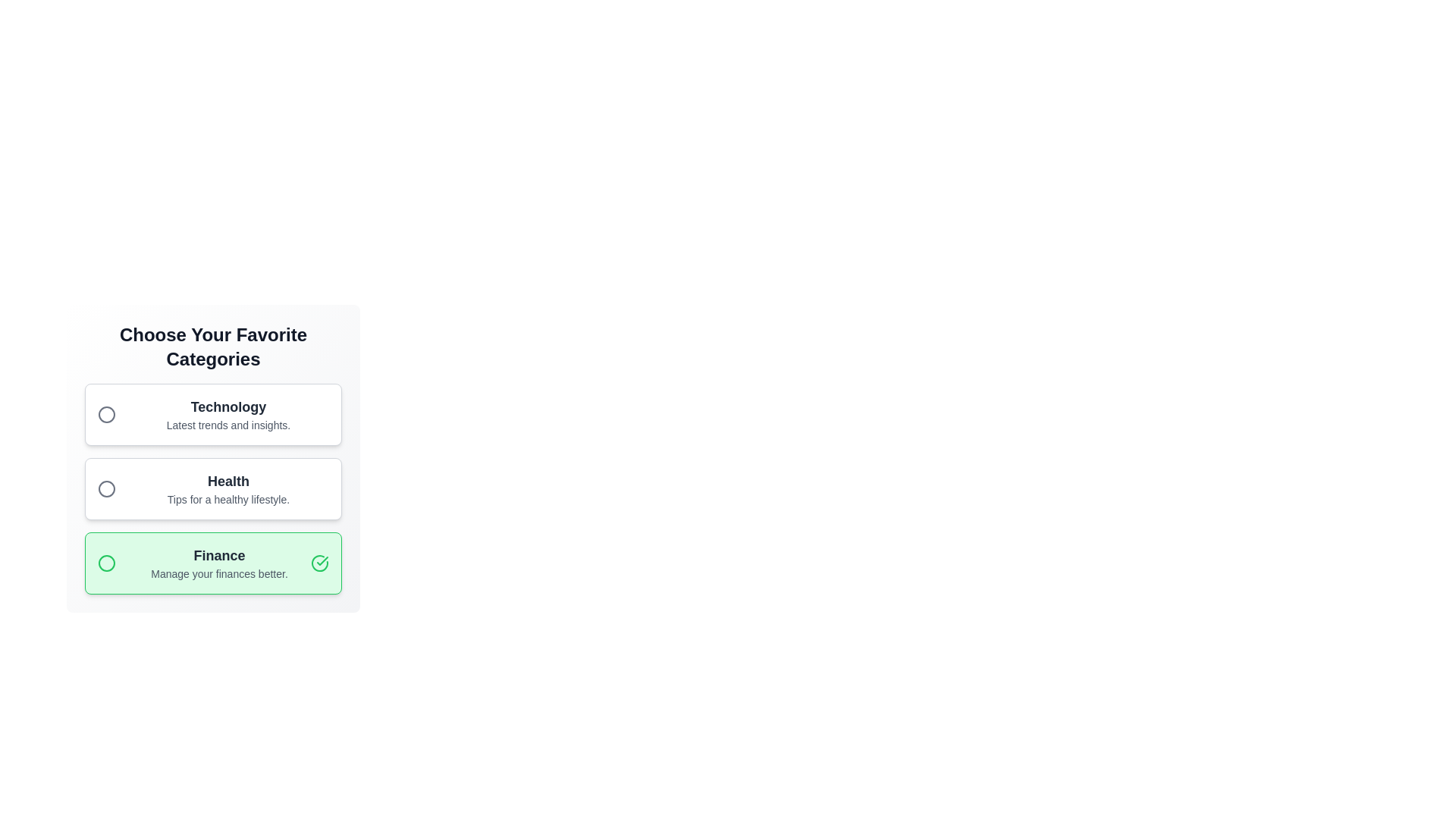 This screenshot has height=819, width=1456. I want to click on the category Technology to observe its hover effect, so click(212, 415).